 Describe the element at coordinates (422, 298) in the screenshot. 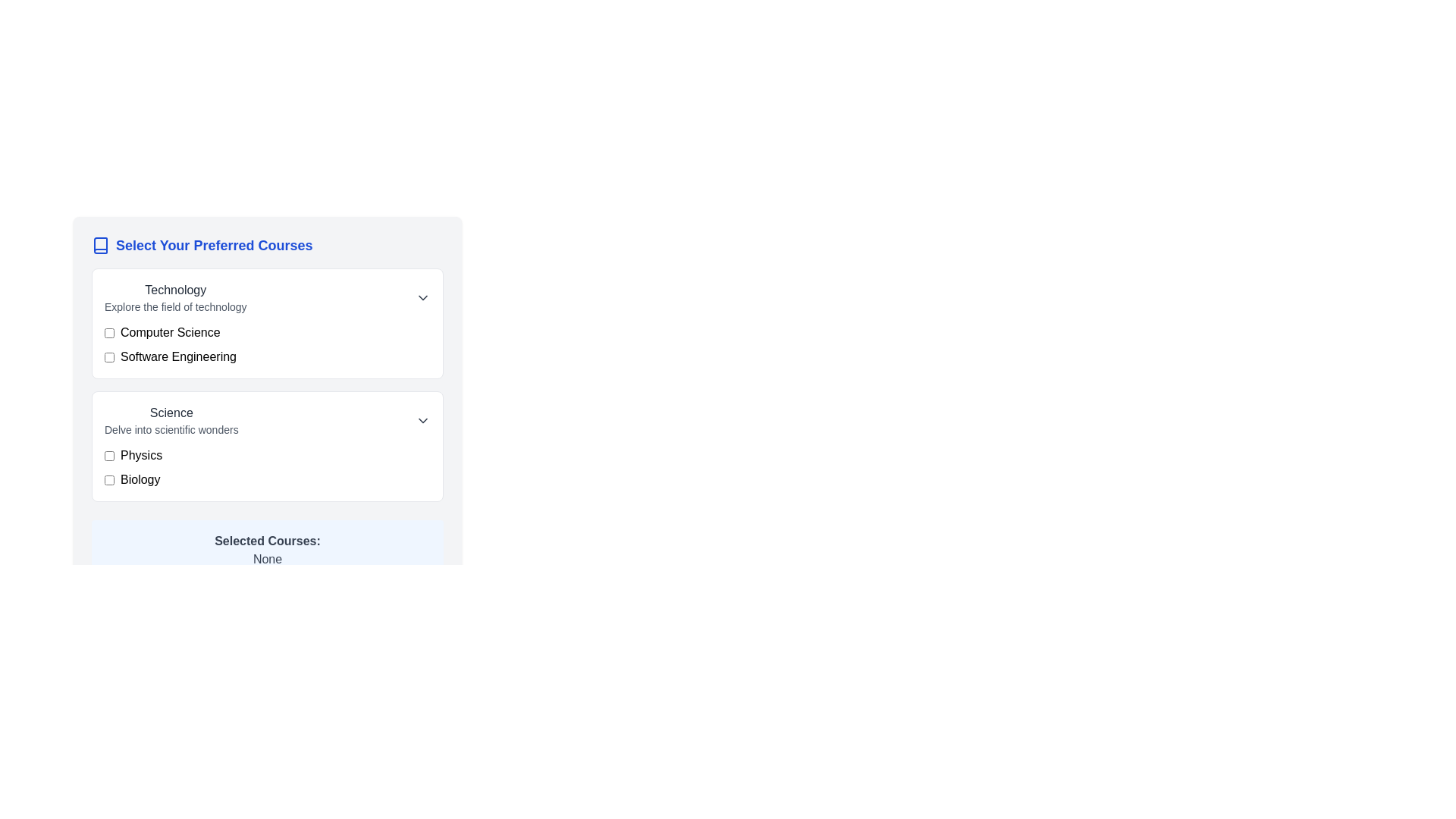

I see `the chevron dropdown button located at the rightmost position of the 'Technology' section` at that location.